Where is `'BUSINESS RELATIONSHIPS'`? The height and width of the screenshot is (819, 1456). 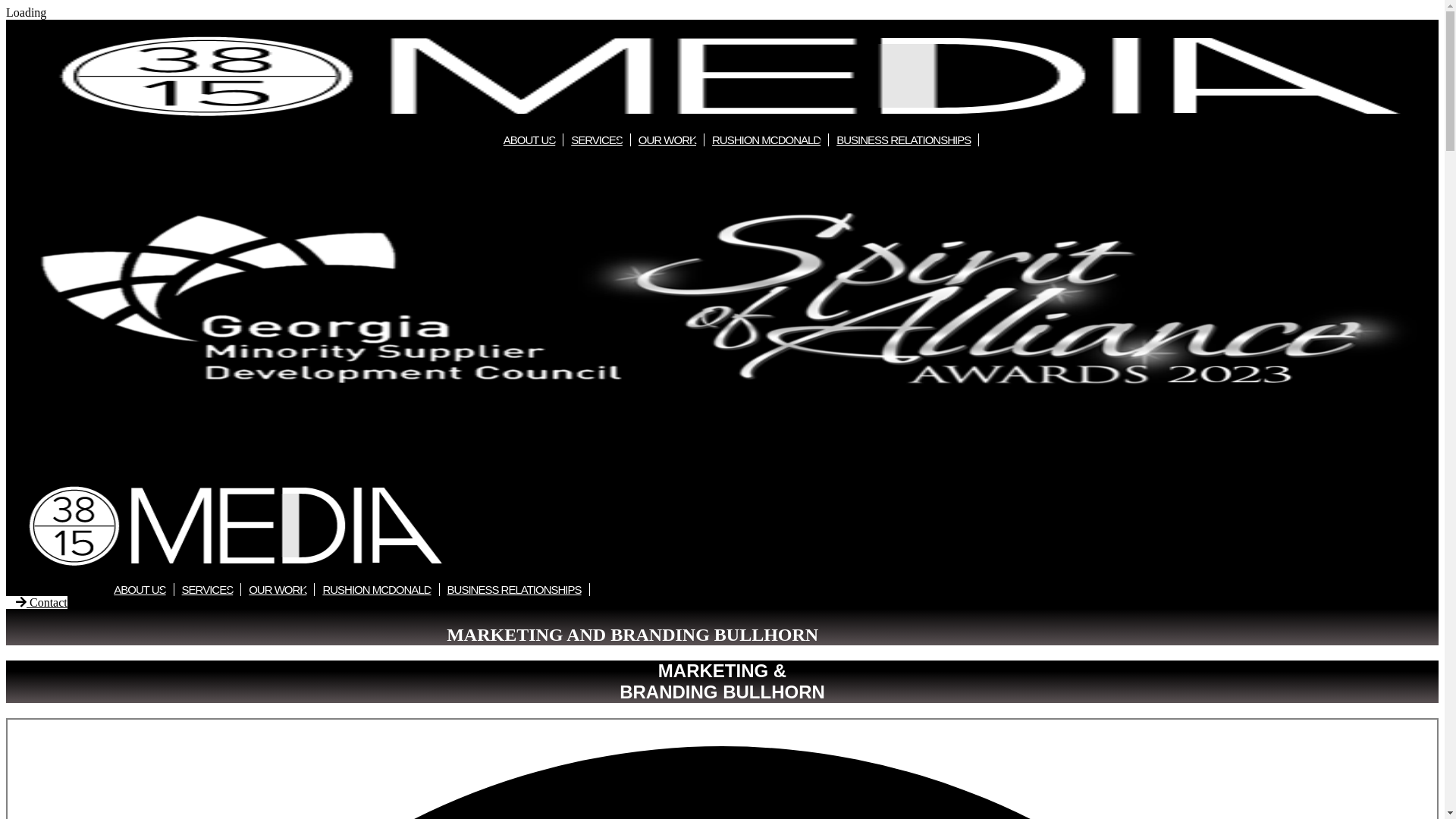
'BUSINESS RELATIONSHIPS' is located at coordinates (828, 140).